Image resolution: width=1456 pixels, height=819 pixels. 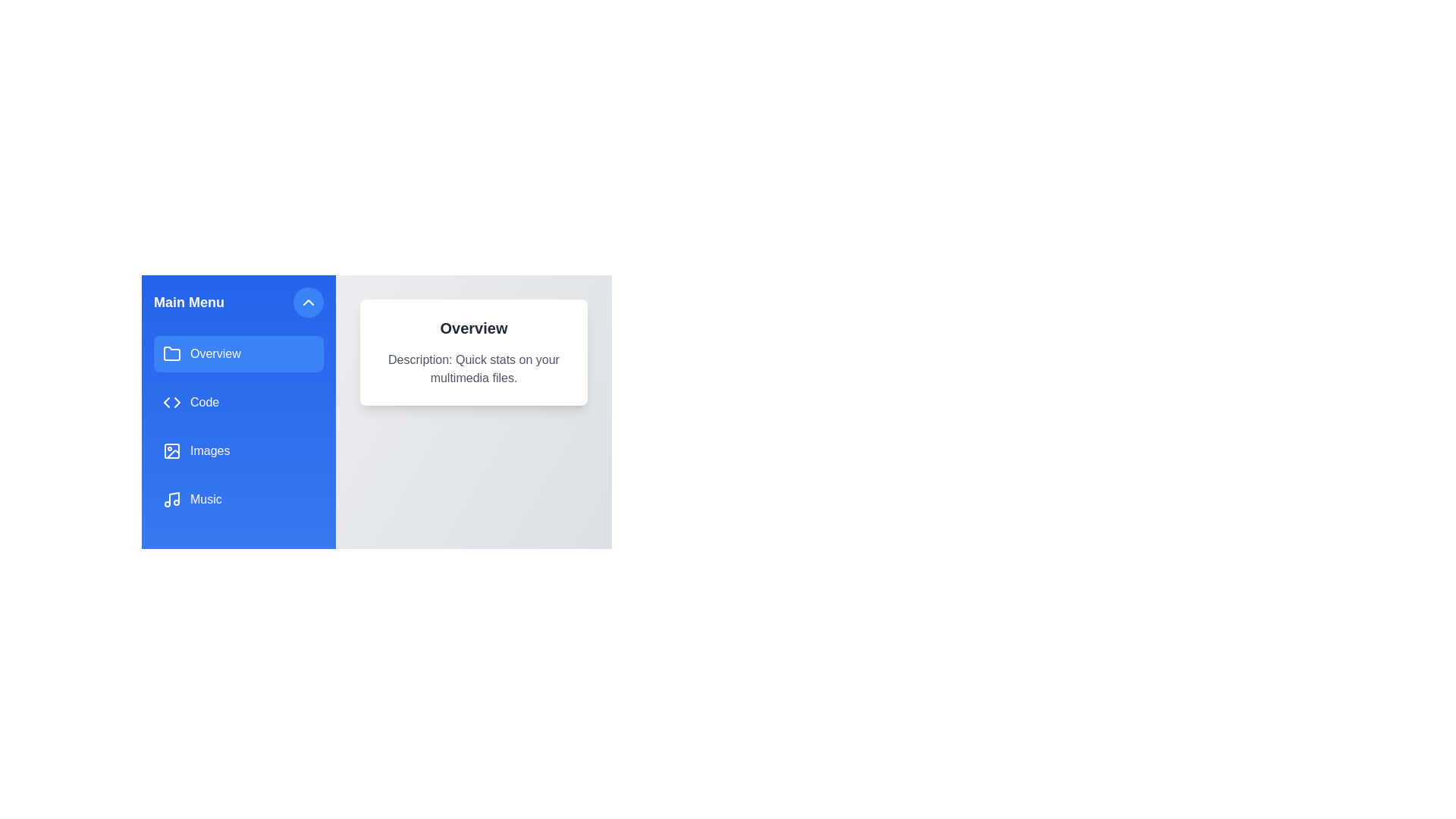 I want to click on the 'Images' icon, so click(x=171, y=450).